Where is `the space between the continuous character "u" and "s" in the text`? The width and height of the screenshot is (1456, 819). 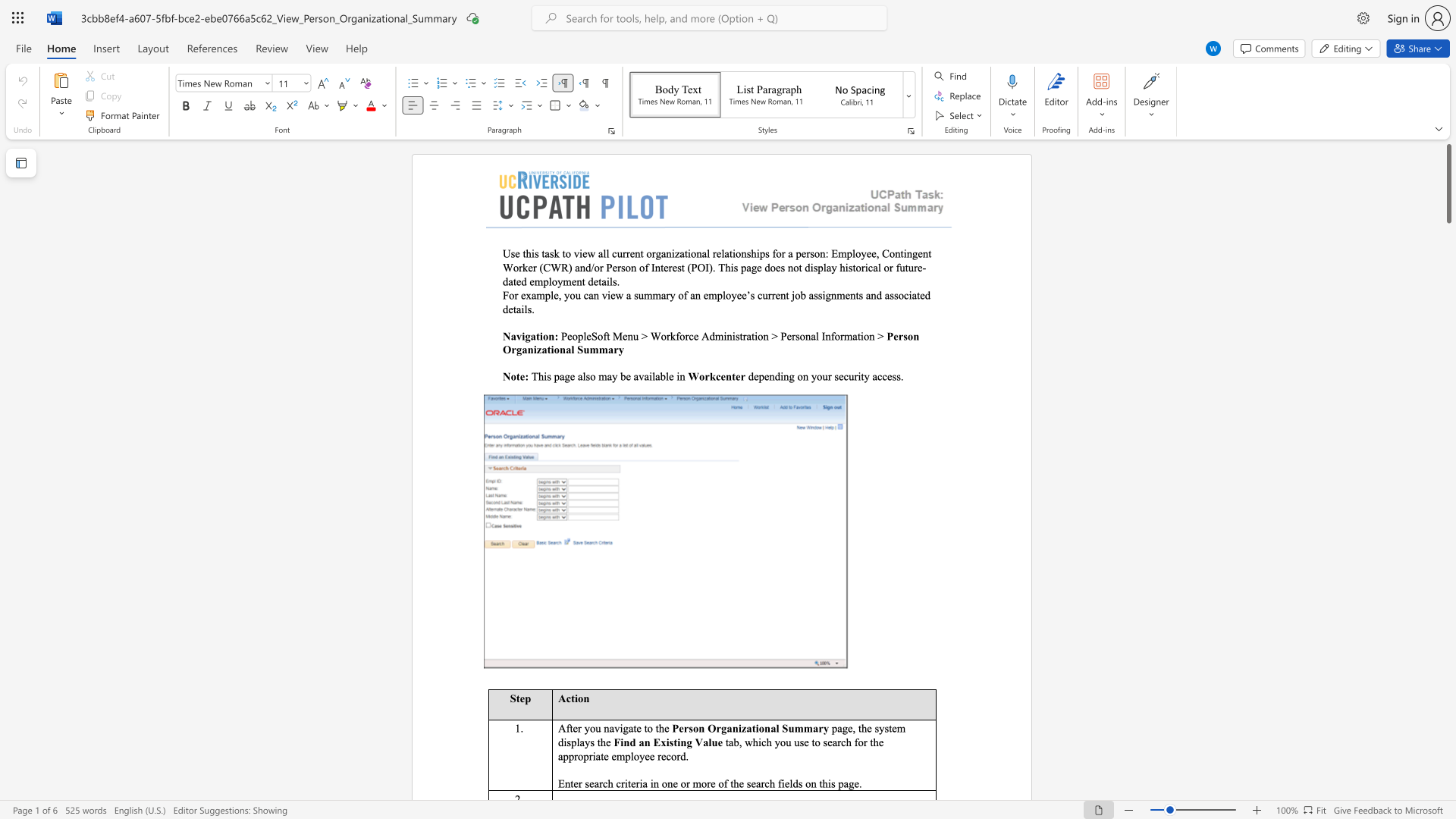 the space between the continuous character "u" and "s" in the text is located at coordinates (799, 741).